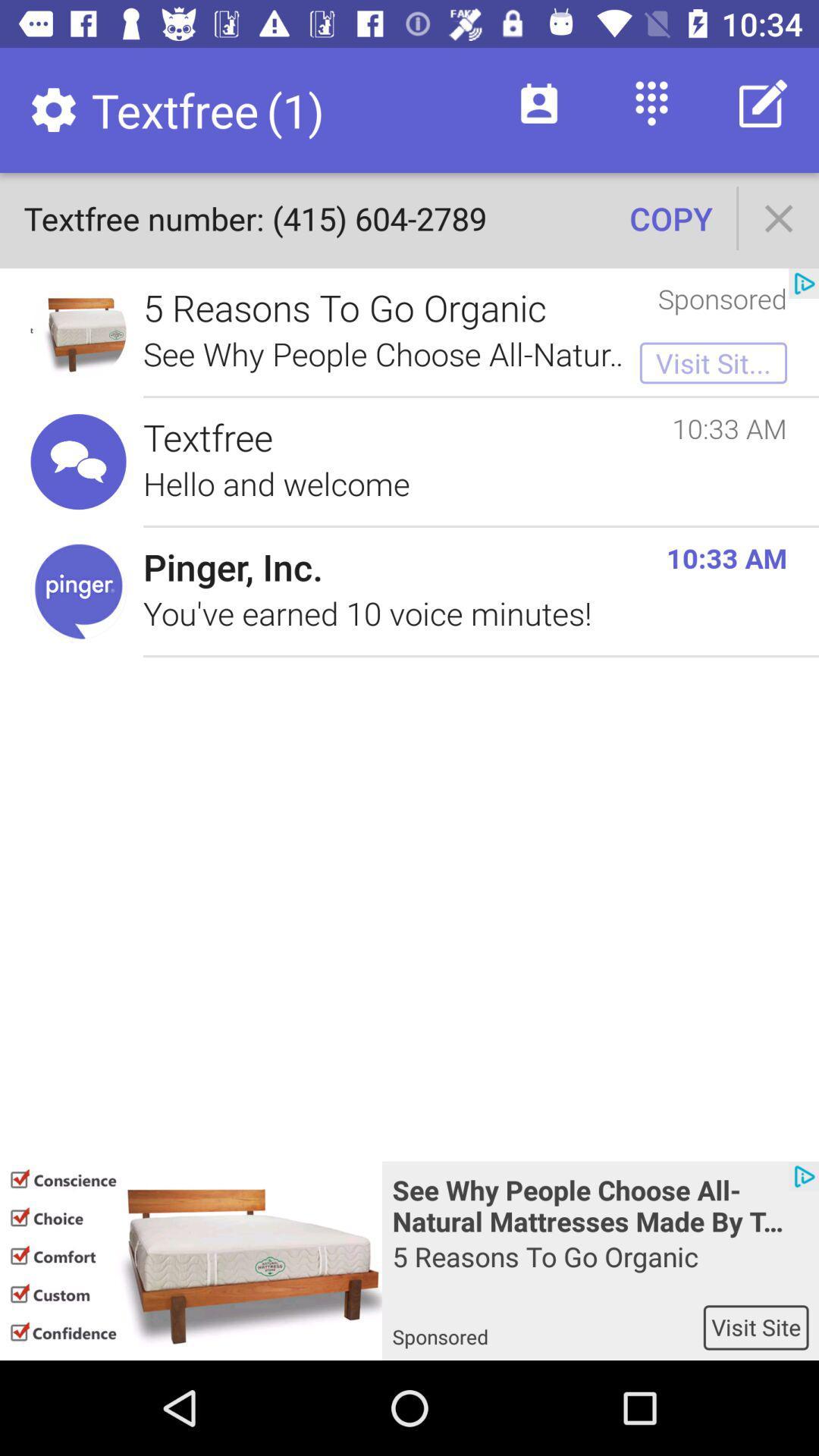 Image resolution: width=819 pixels, height=1456 pixels. I want to click on visit site, so click(756, 1326).